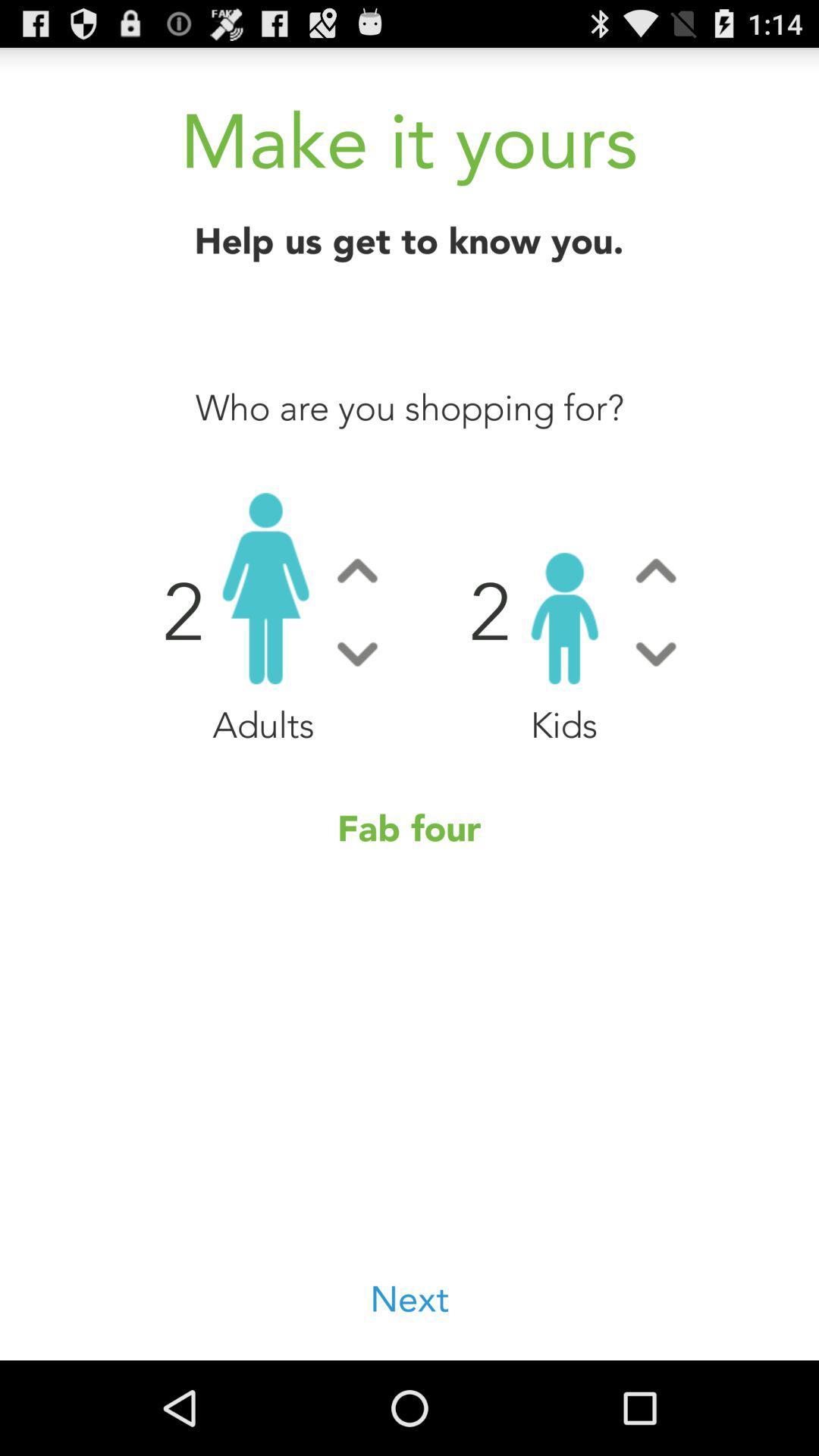 The height and width of the screenshot is (1456, 819). What do you see at coordinates (655, 654) in the screenshot?
I see `decrease the number of childs for the app` at bounding box center [655, 654].